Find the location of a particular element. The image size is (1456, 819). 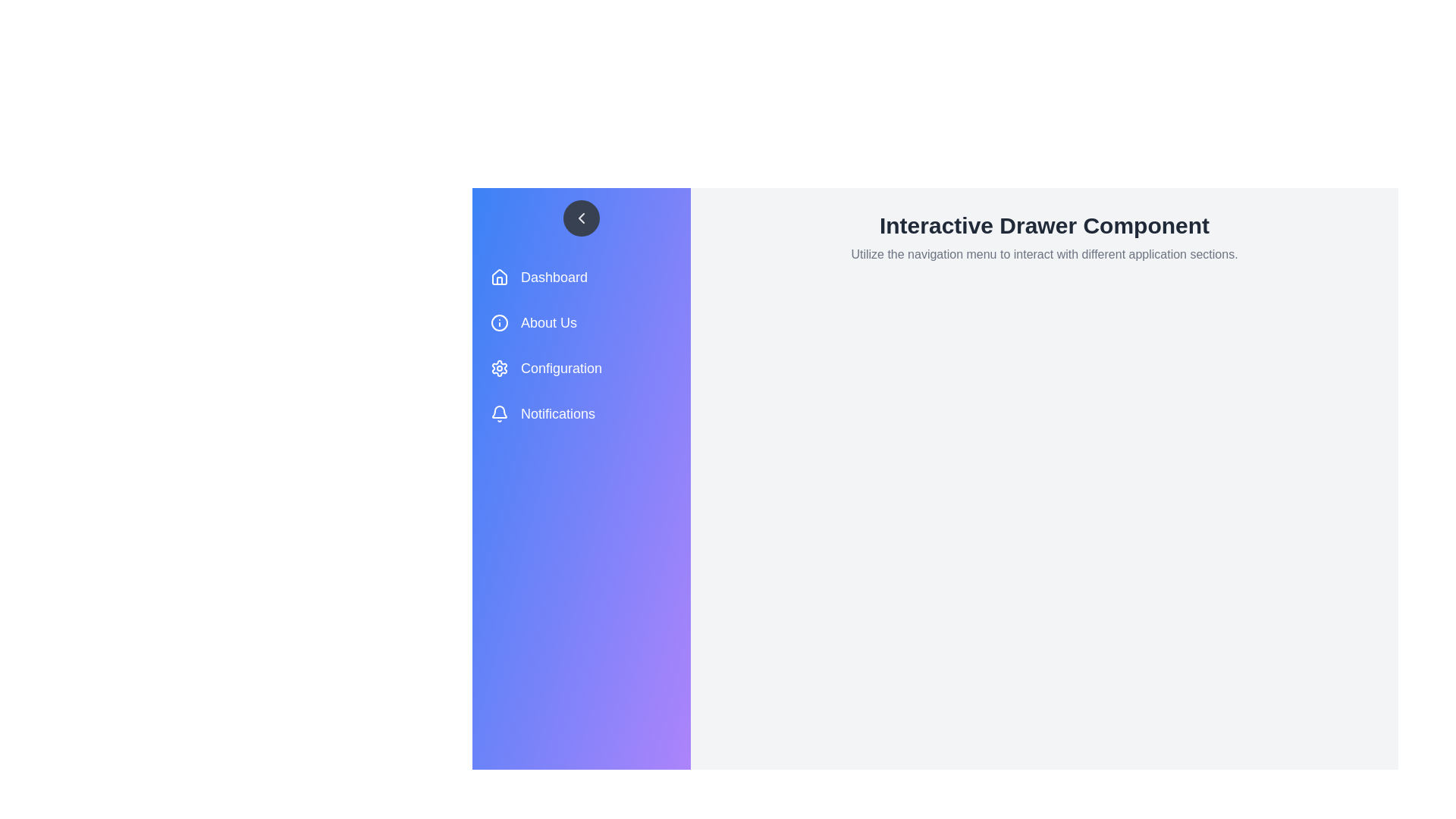

the fourth menu item in the left-side vertical navigation menu, which serves as a navigation option is located at coordinates (586, 414).